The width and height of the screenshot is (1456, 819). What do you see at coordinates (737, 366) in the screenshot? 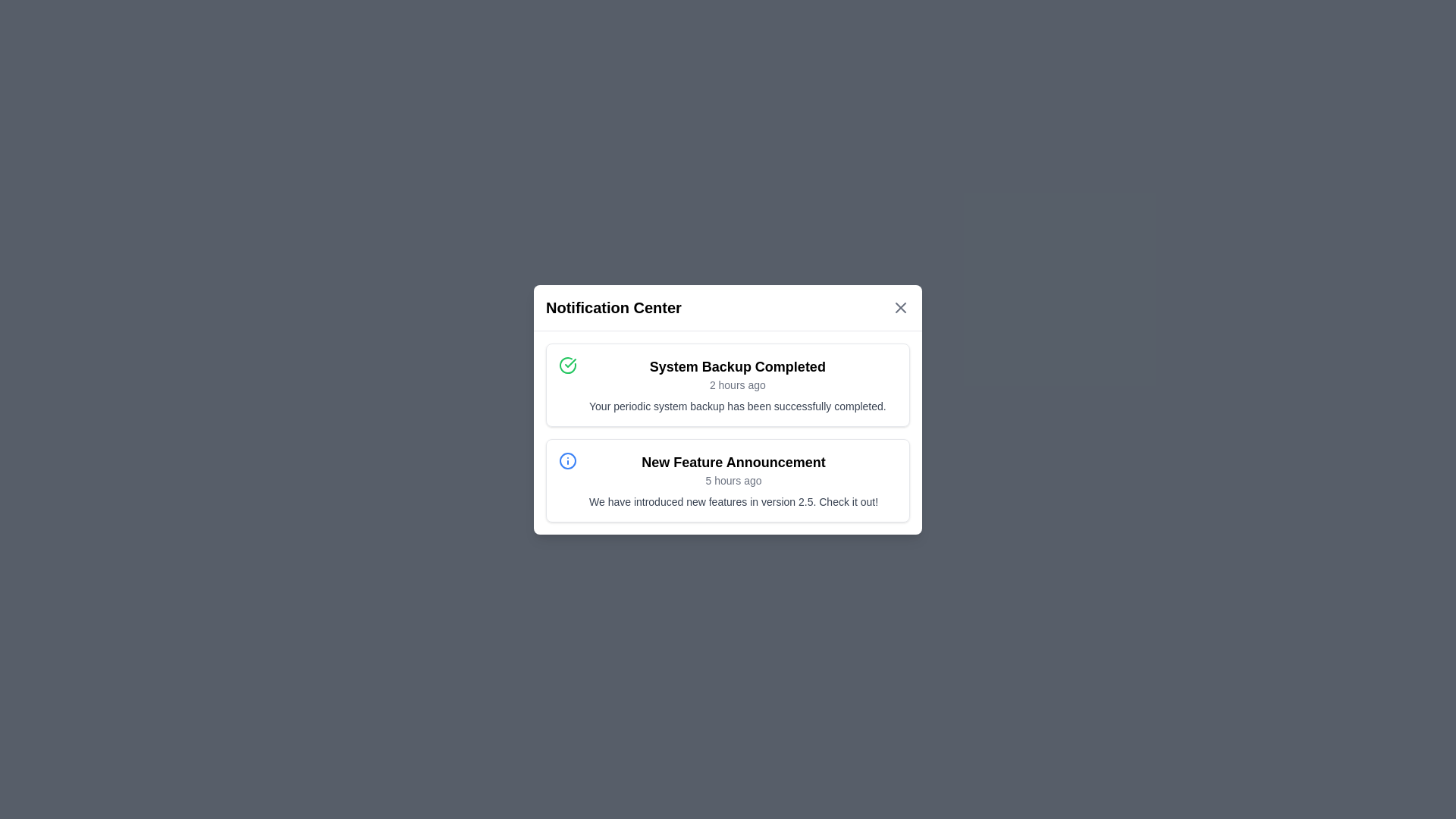
I see `text content of the element displaying 'System Backup Completed', which is styled in bold and larger font within a white notification card` at bounding box center [737, 366].